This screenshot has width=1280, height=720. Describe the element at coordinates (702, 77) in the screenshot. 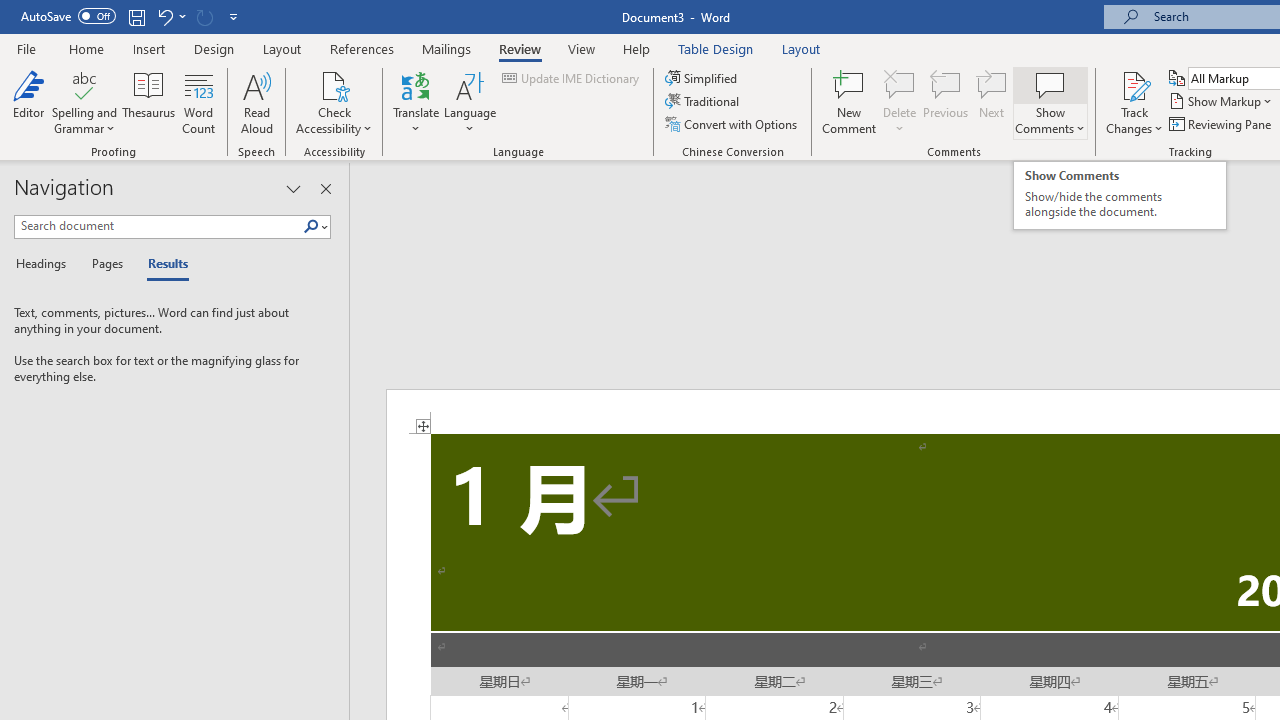

I see `'Simplified'` at that location.